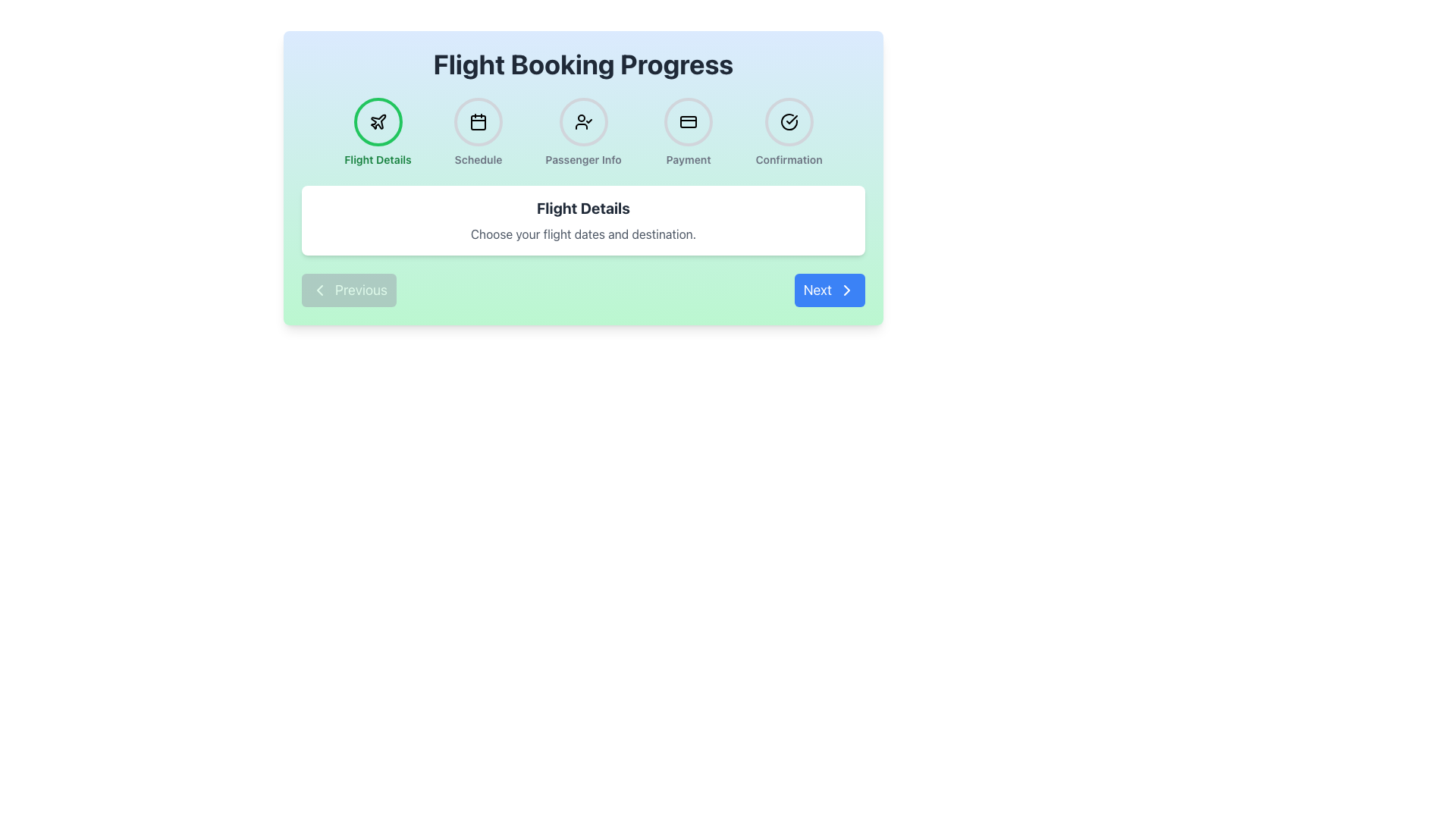  What do you see at coordinates (582, 121) in the screenshot?
I see `the 'Passenger Info' icon in the flight booking progress, which is centered within the third step of the progress bar` at bounding box center [582, 121].